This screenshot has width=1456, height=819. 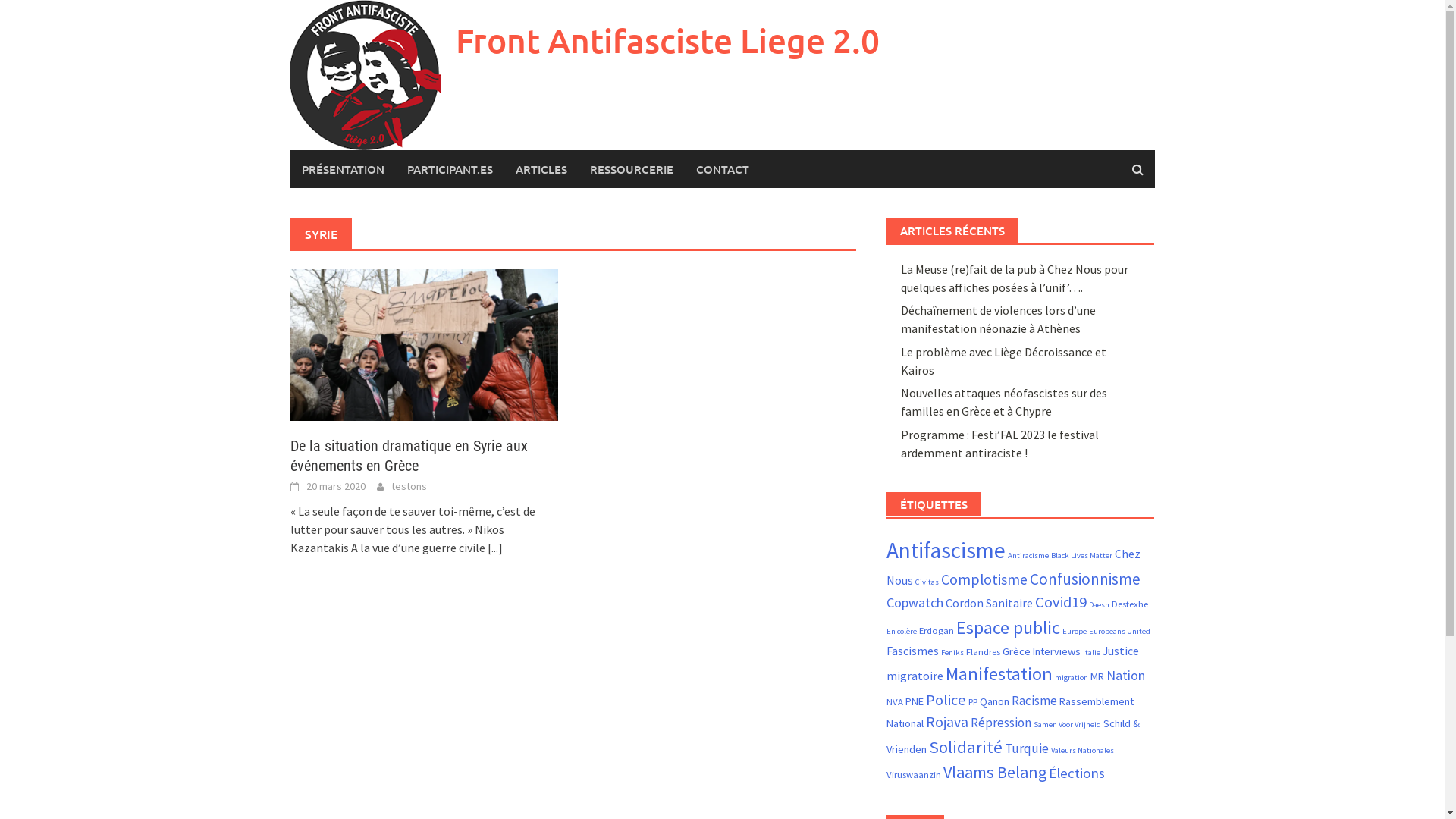 What do you see at coordinates (494, 547) in the screenshot?
I see `'[...]'` at bounding box center [494, 547].